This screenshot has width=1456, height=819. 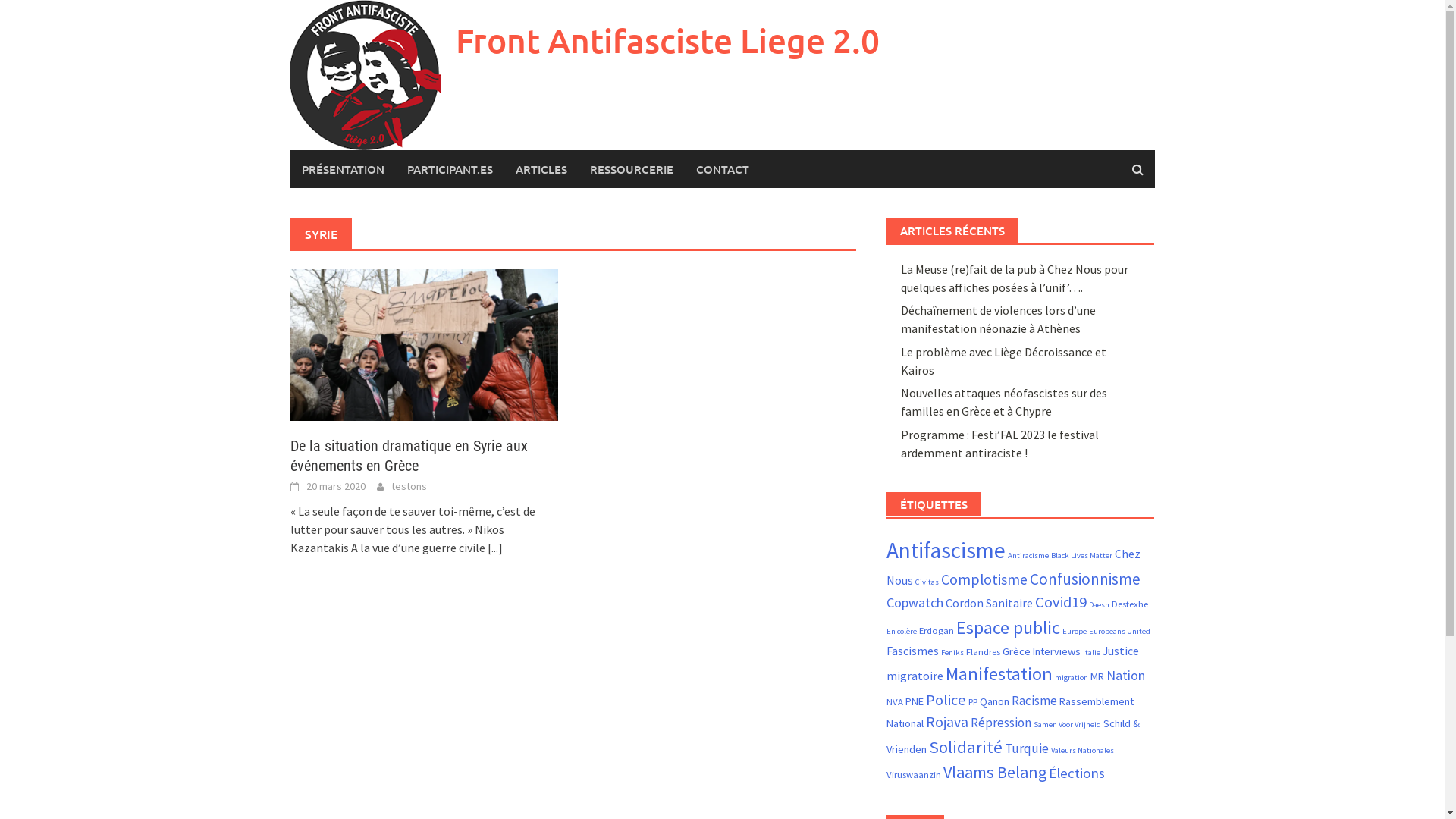 What do you see at coordinates (494, 547) in the screenshot?
I see `'[...]'` at bounding box center [494, 547].